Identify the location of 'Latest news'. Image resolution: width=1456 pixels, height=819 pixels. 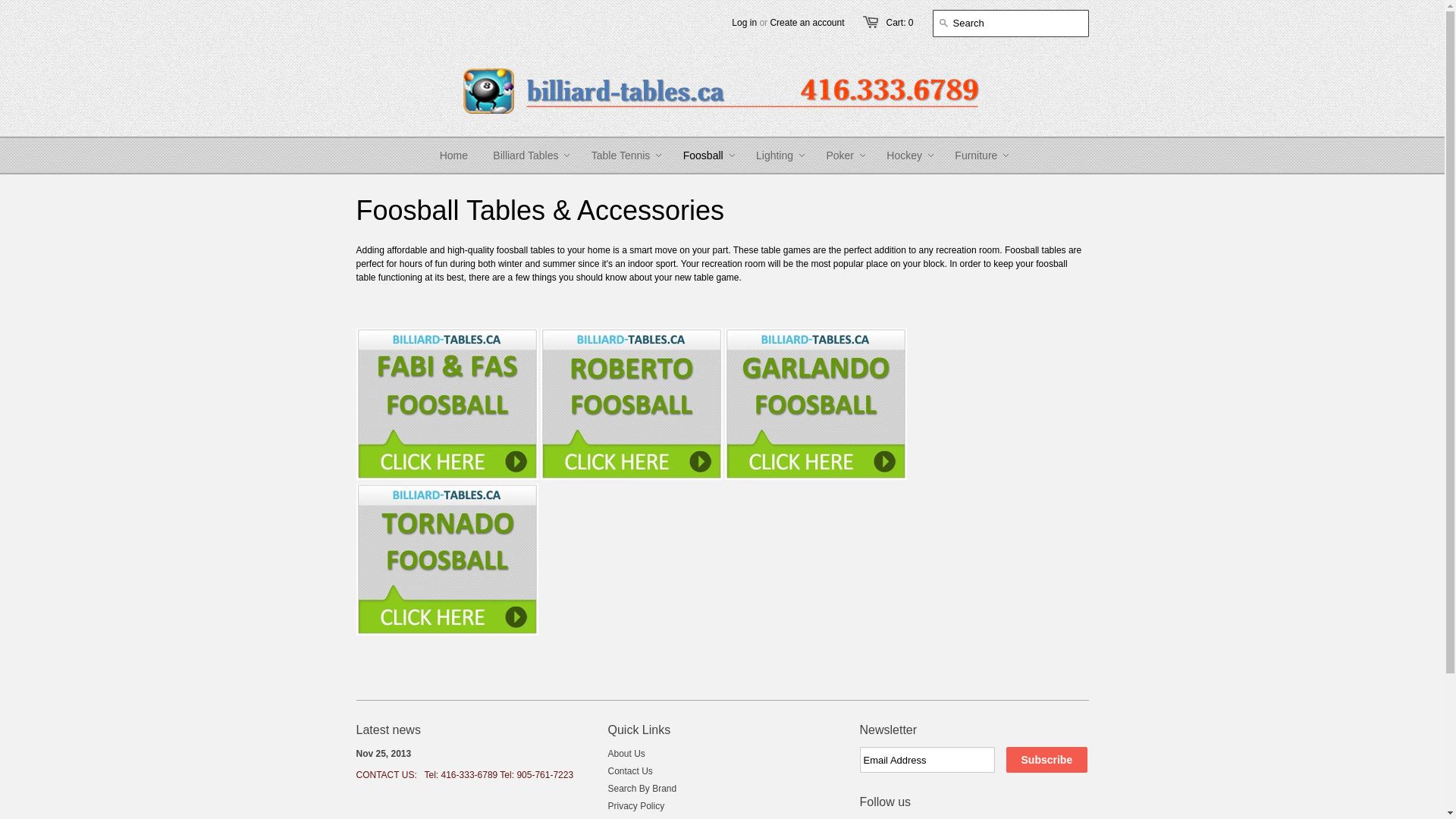
(388, 729).